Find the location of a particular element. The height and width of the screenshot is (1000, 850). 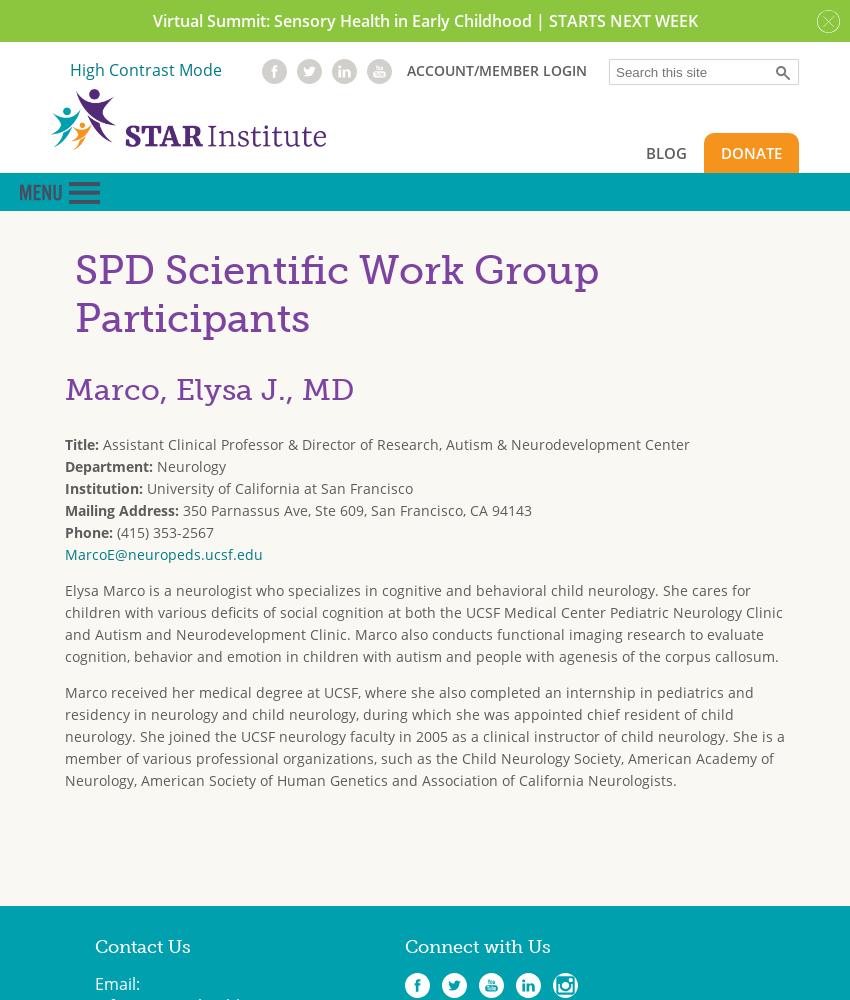

'Elysa Marco is a neurologist who specializes in cognitive and behavioral child neurology. She cares for children with various deficits of social cognition at both the UCSF Medical Center Pediatric Neurology Clinic and Autism and Neurodevelopment Clinic. Marco also conducts functional imaging research to evaluate cognition, behavior and emotion in children with autism and people with agenesis of the corpus callosum.' is located at coordinates (423, 621).